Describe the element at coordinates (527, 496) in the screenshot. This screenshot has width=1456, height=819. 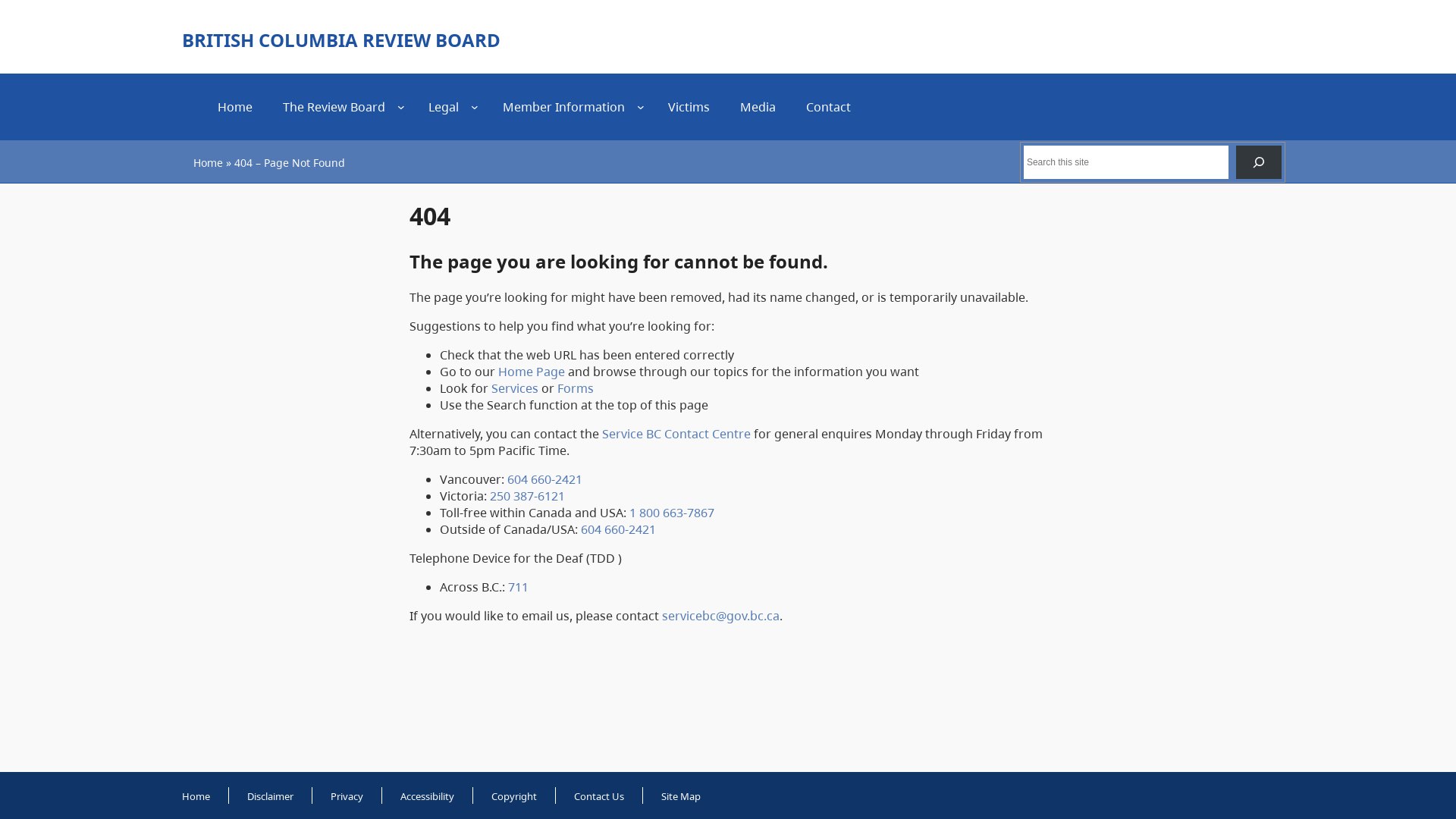
I see `'250 387-6121'` at that location.